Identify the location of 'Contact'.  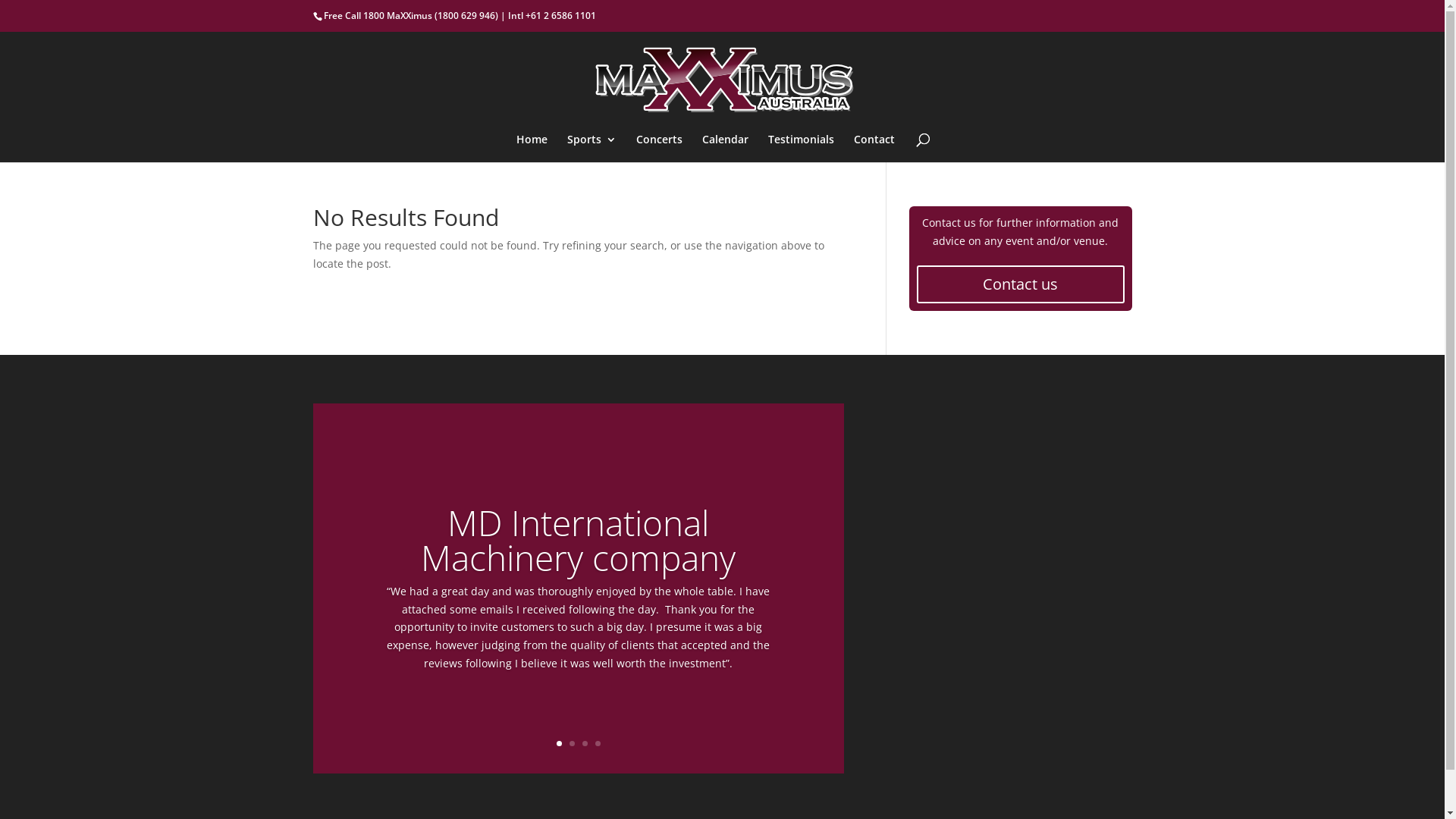
(854, 148).